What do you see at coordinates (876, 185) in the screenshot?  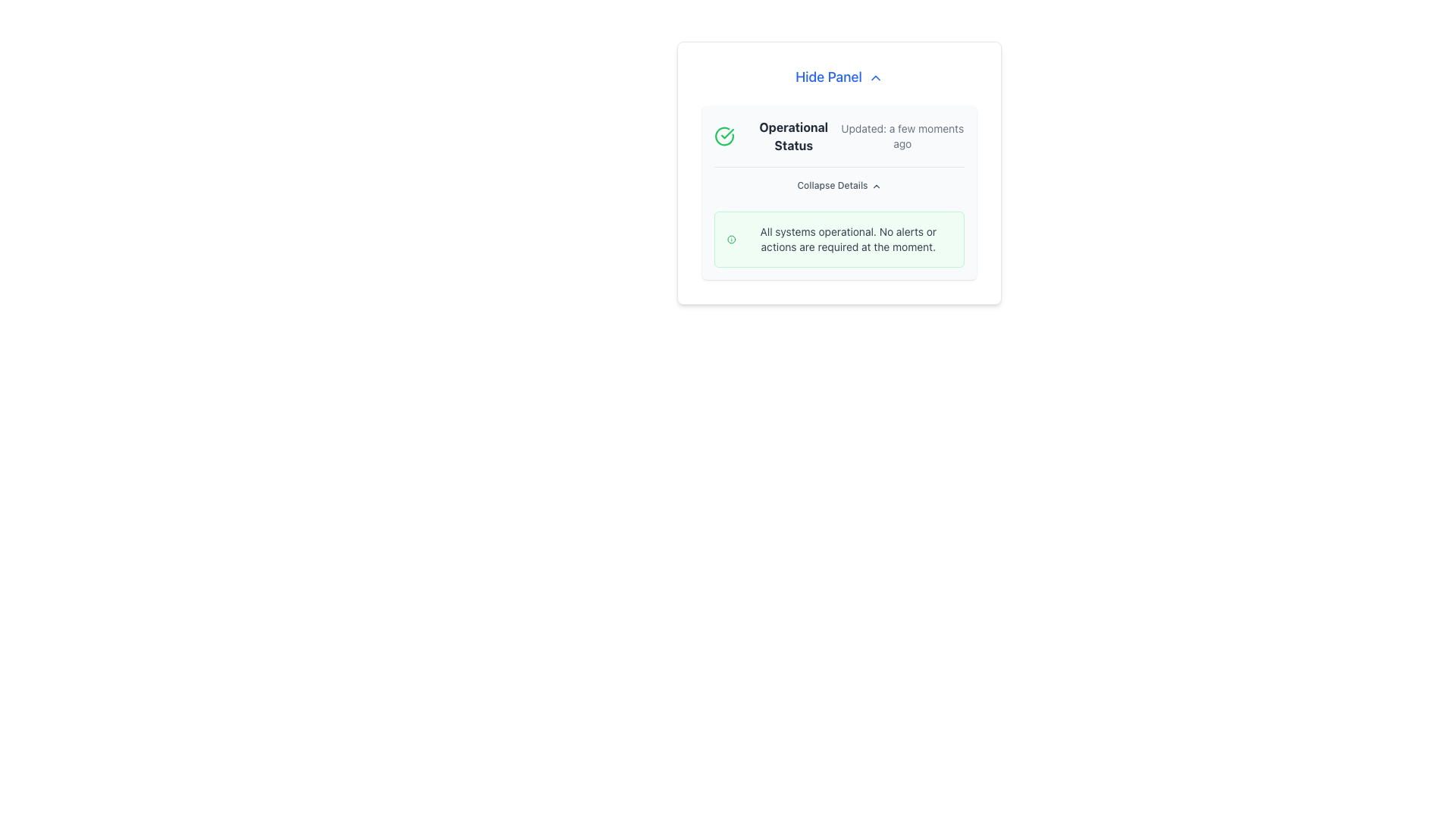 I see `the interactive icon to the right of the 'Collapse Details' text` at bounding box center [876, 185].